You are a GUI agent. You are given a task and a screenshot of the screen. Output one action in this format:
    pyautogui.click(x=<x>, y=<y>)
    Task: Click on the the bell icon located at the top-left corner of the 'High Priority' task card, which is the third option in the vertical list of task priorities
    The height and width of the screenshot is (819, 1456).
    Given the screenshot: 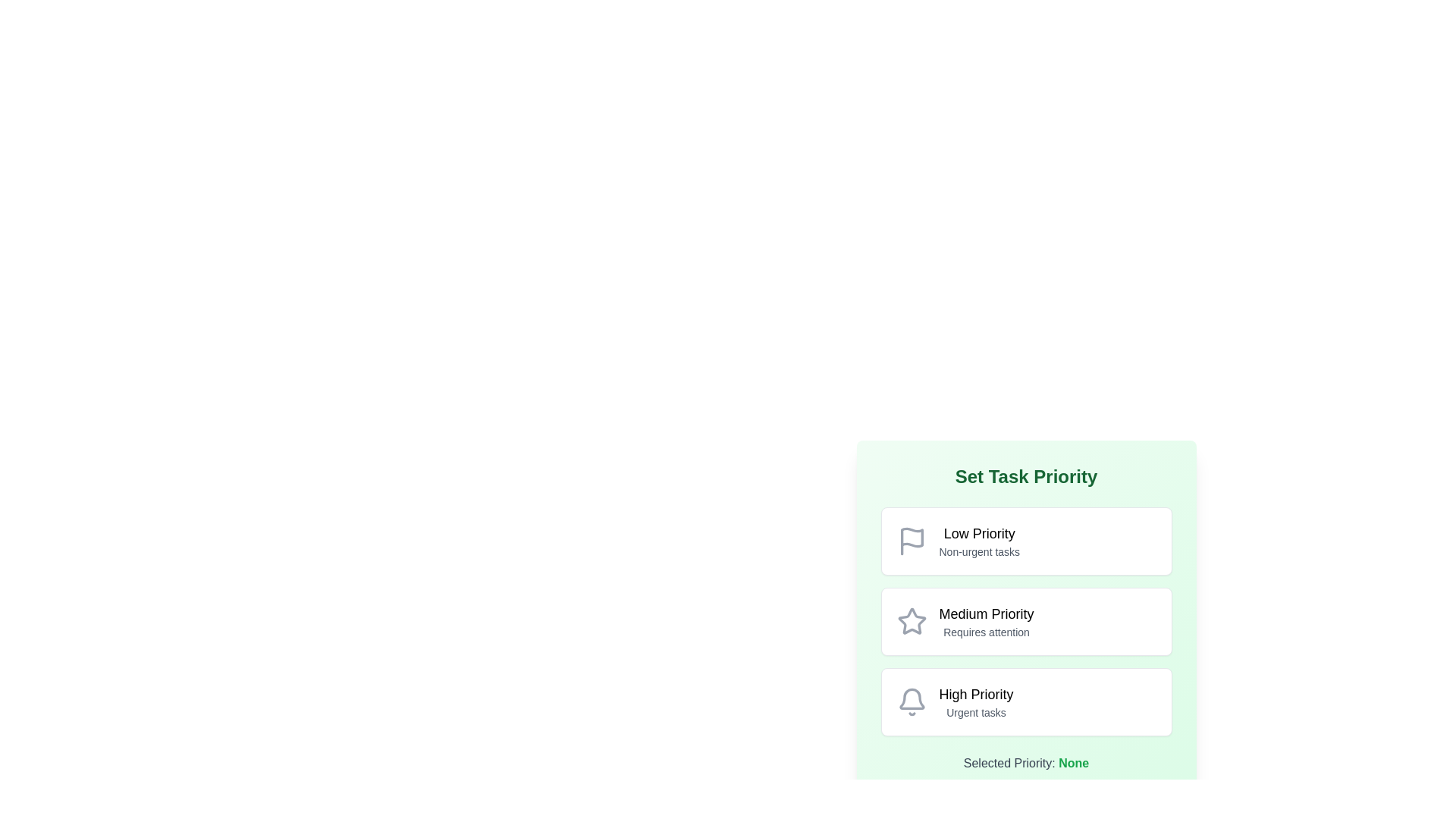 What is the action you would take?
    pyautogui.click(x=911, y=701)
    